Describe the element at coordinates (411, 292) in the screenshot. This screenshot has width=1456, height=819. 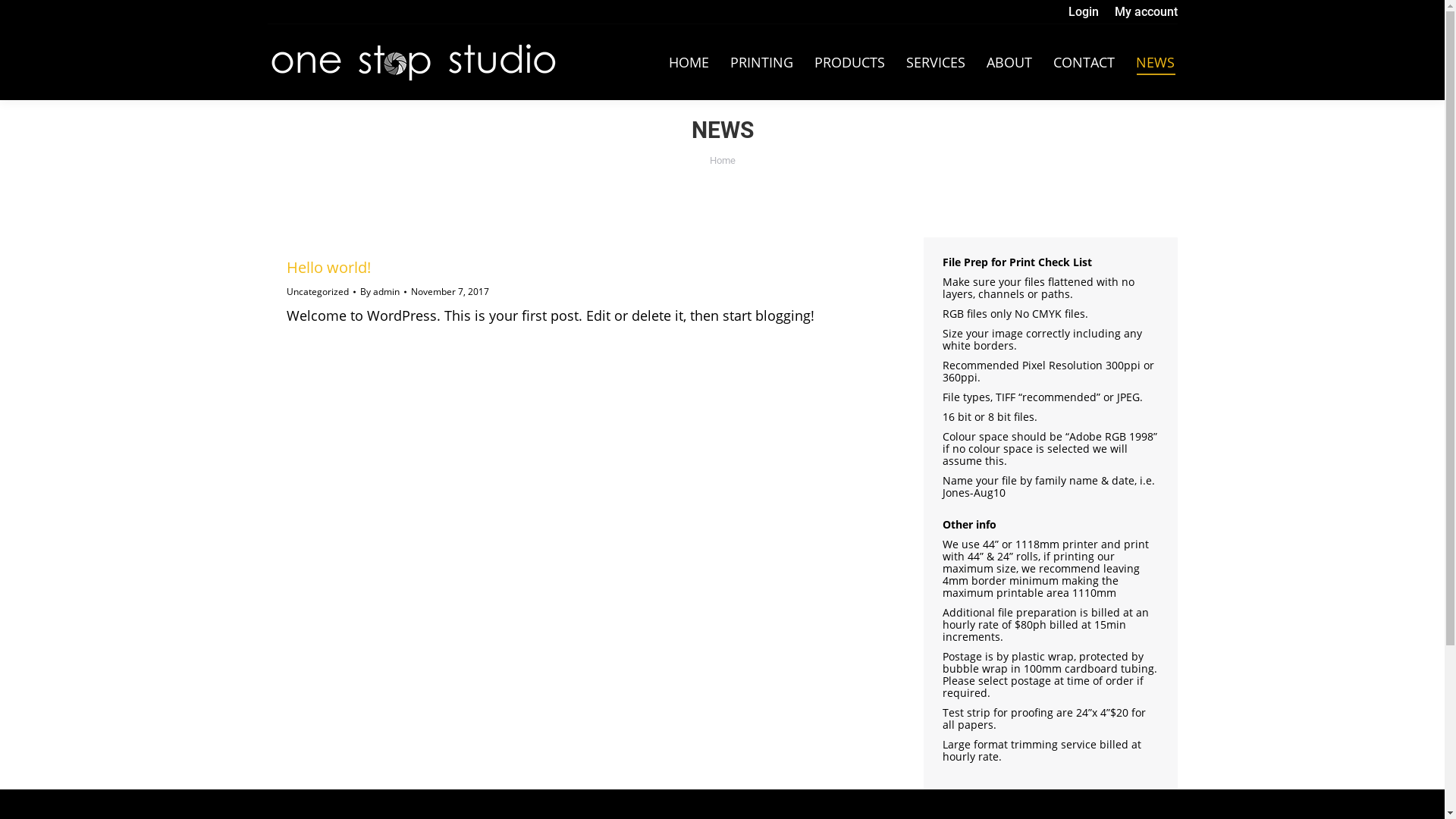
I see `'November 7, 2017'` at that location.